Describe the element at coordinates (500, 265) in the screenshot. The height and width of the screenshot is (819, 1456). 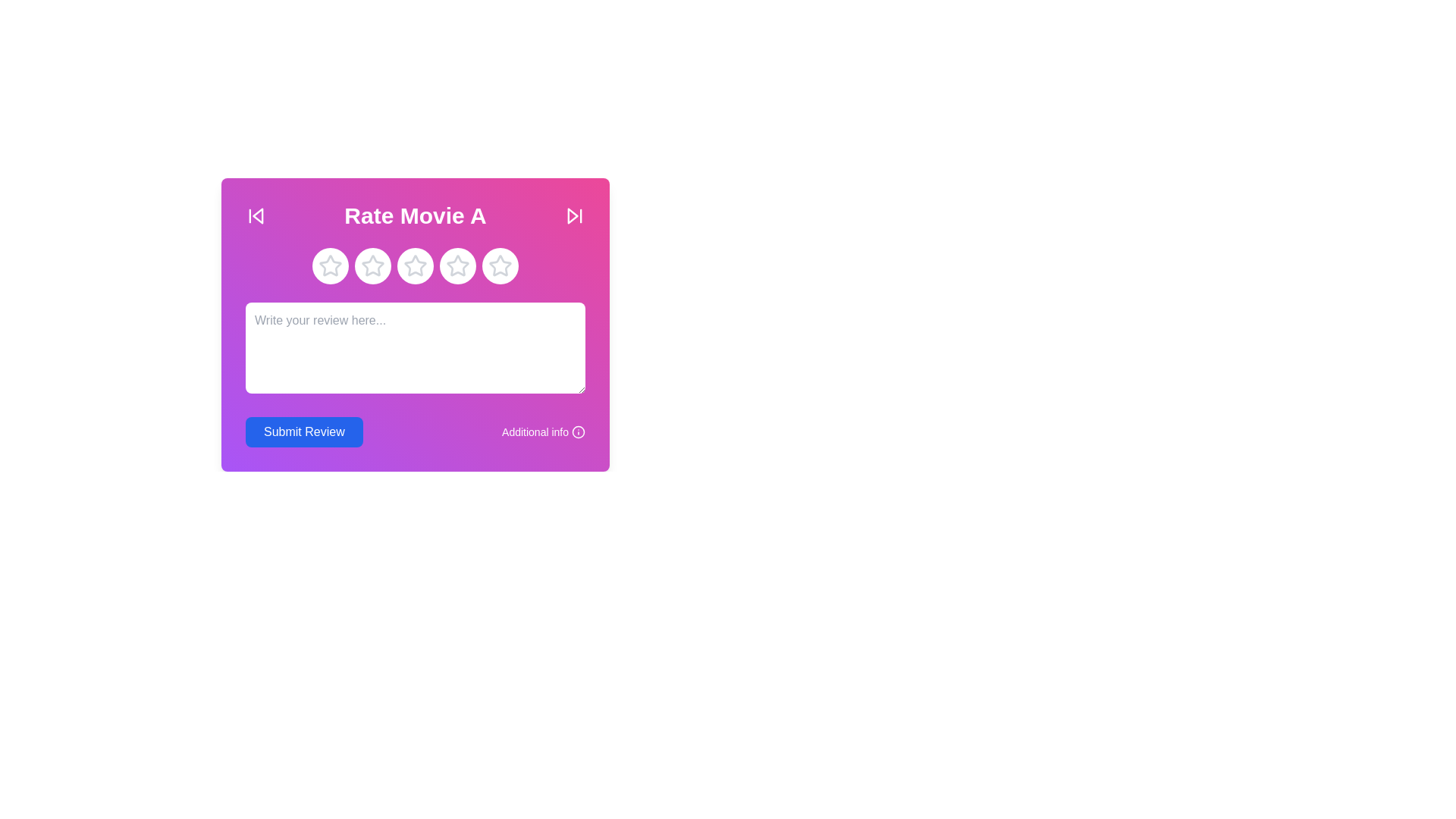
I see `the rightmost star icon in the 'Rate Movie A' module` at that location.